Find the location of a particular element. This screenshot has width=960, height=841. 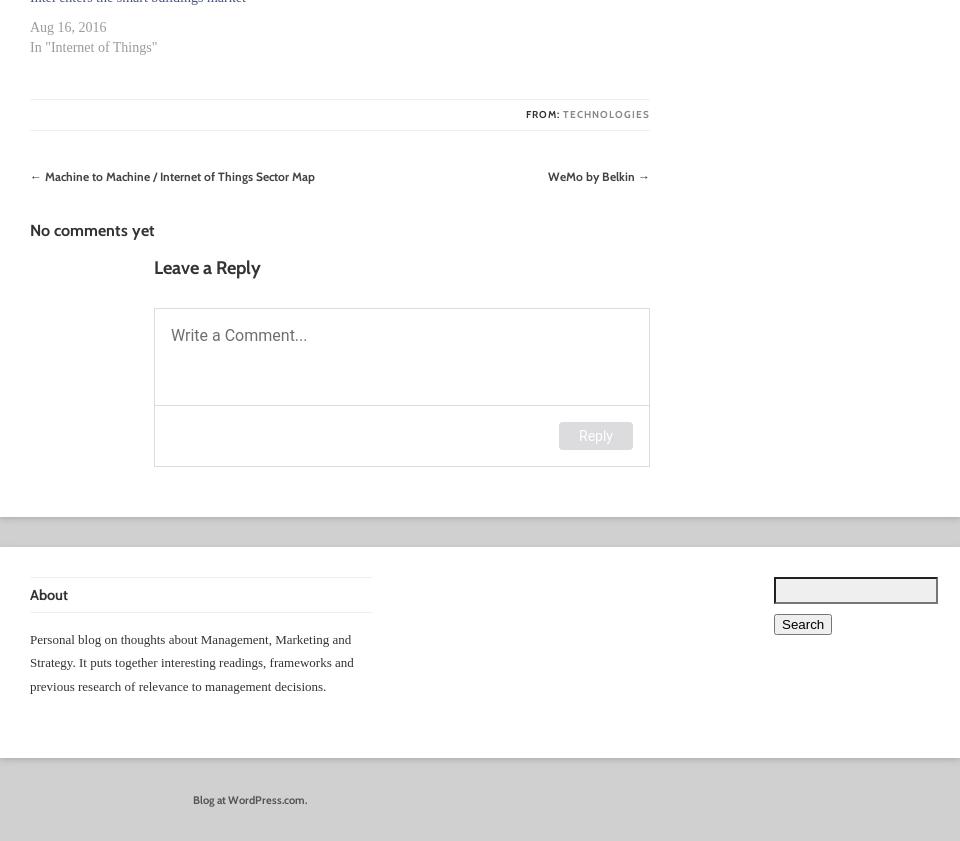

'Reply' is located at coordinates (578, 434).